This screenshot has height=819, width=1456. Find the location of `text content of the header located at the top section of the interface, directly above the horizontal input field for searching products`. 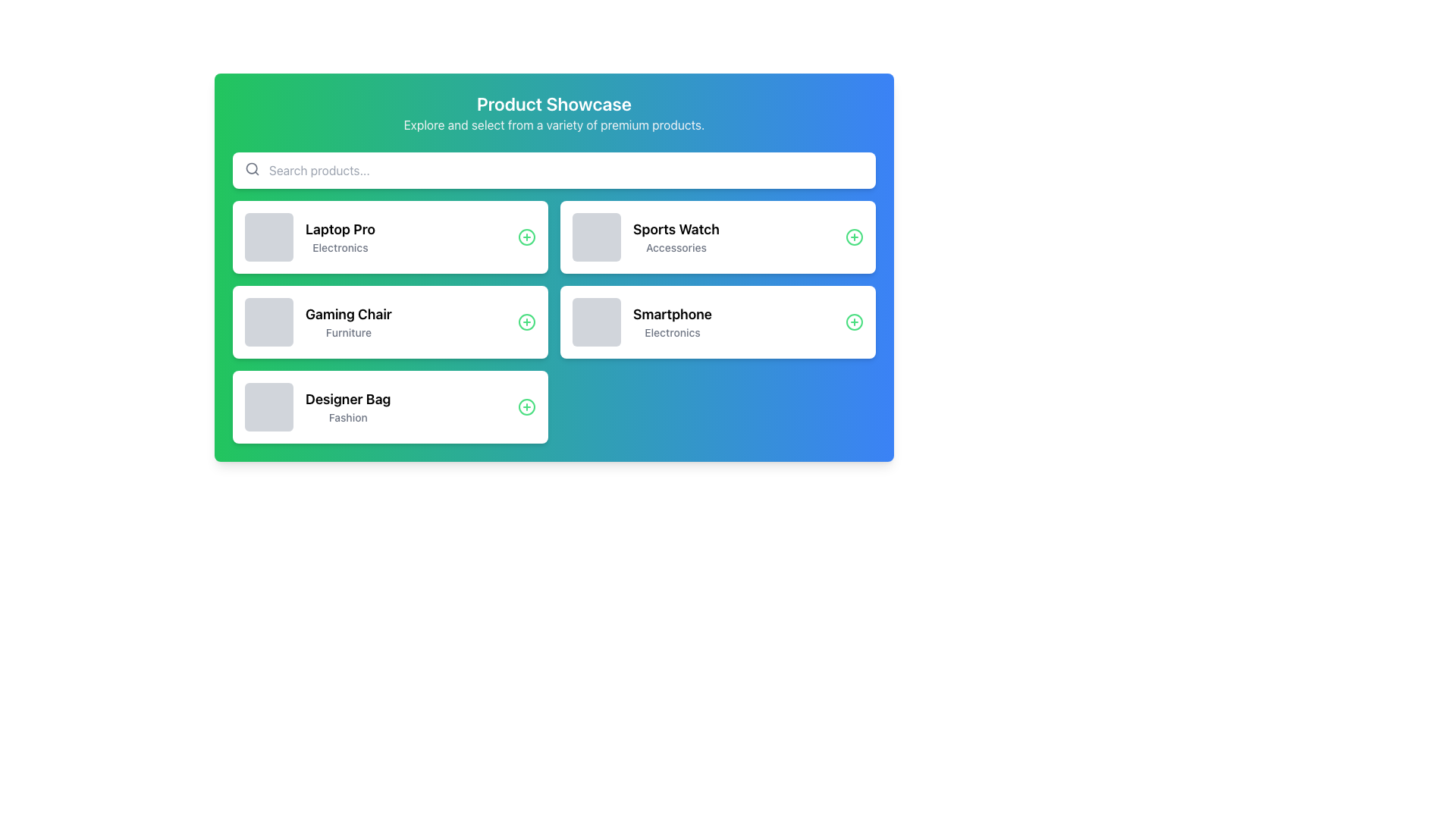

text content of the header located at the top section of the interface, directly above the horizontal input field for searching products is located at coordinates (553, 112).